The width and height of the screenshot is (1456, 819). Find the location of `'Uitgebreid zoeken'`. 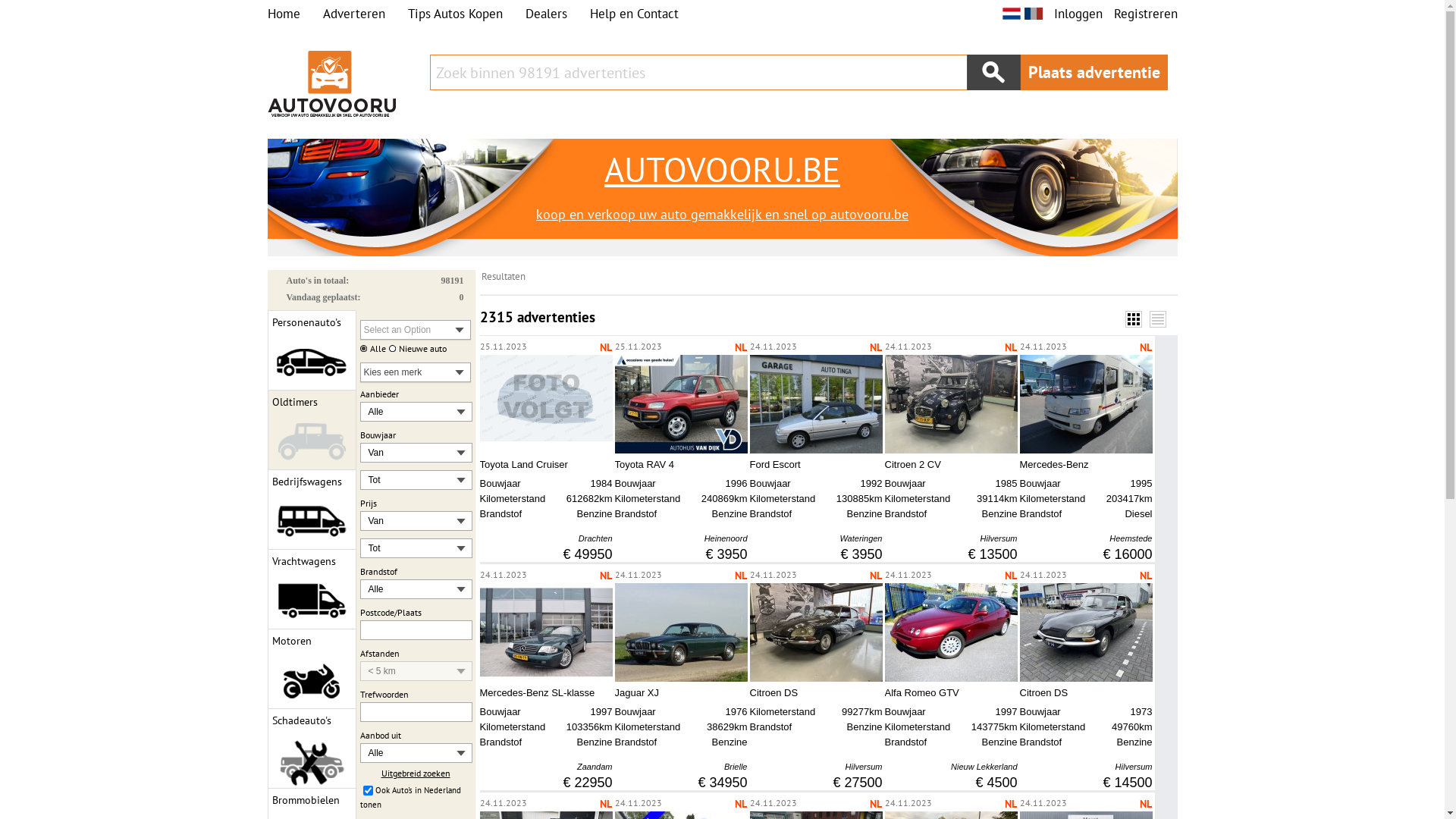

'Uitgebreid zoeken' is located at coordinates (415, 773).